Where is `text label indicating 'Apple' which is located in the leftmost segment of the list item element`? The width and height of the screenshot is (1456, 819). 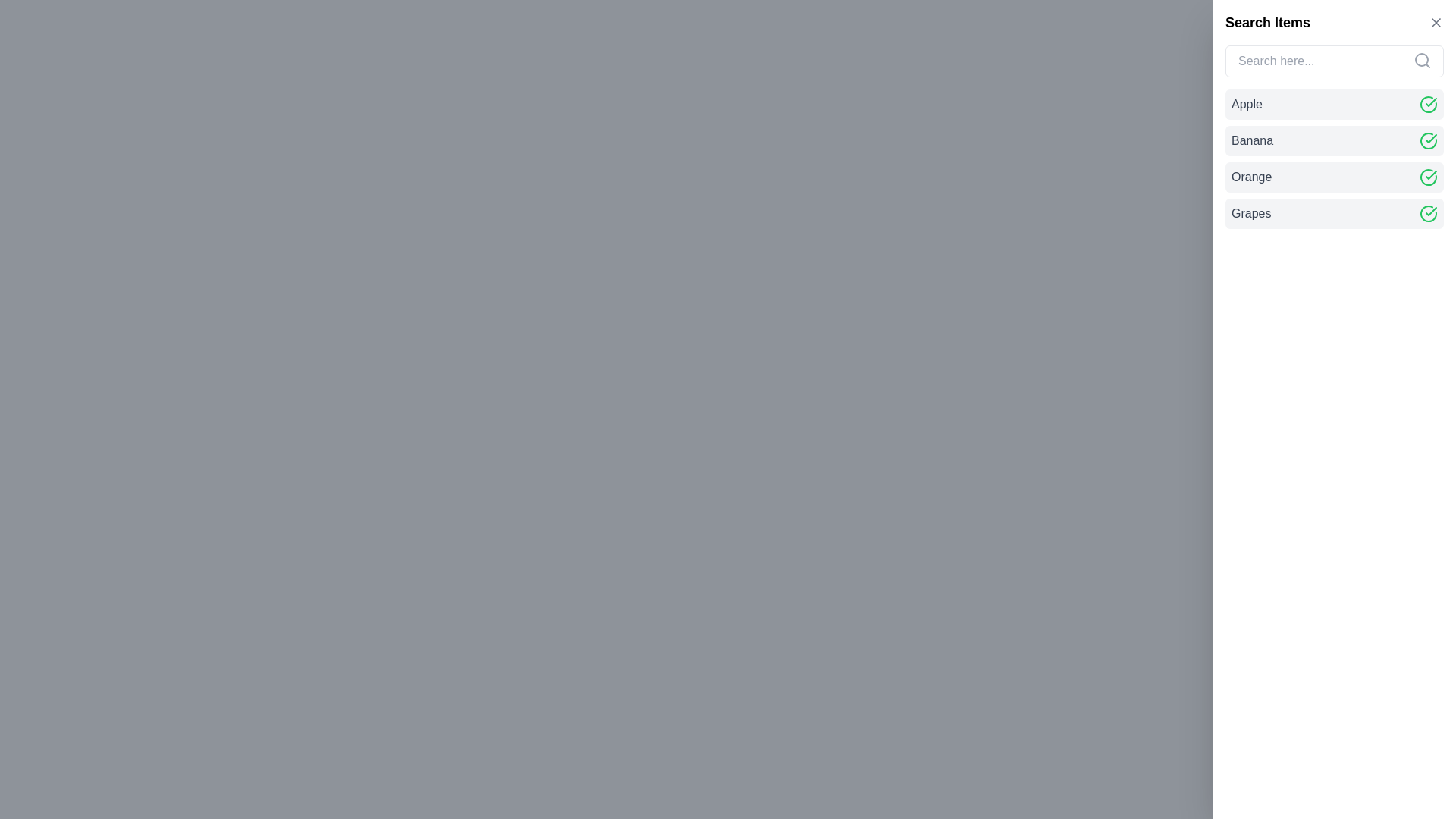
text label indicating 'Apple' which is located in the leftmost segment of the list item element is located at coordinates (1247, 104).